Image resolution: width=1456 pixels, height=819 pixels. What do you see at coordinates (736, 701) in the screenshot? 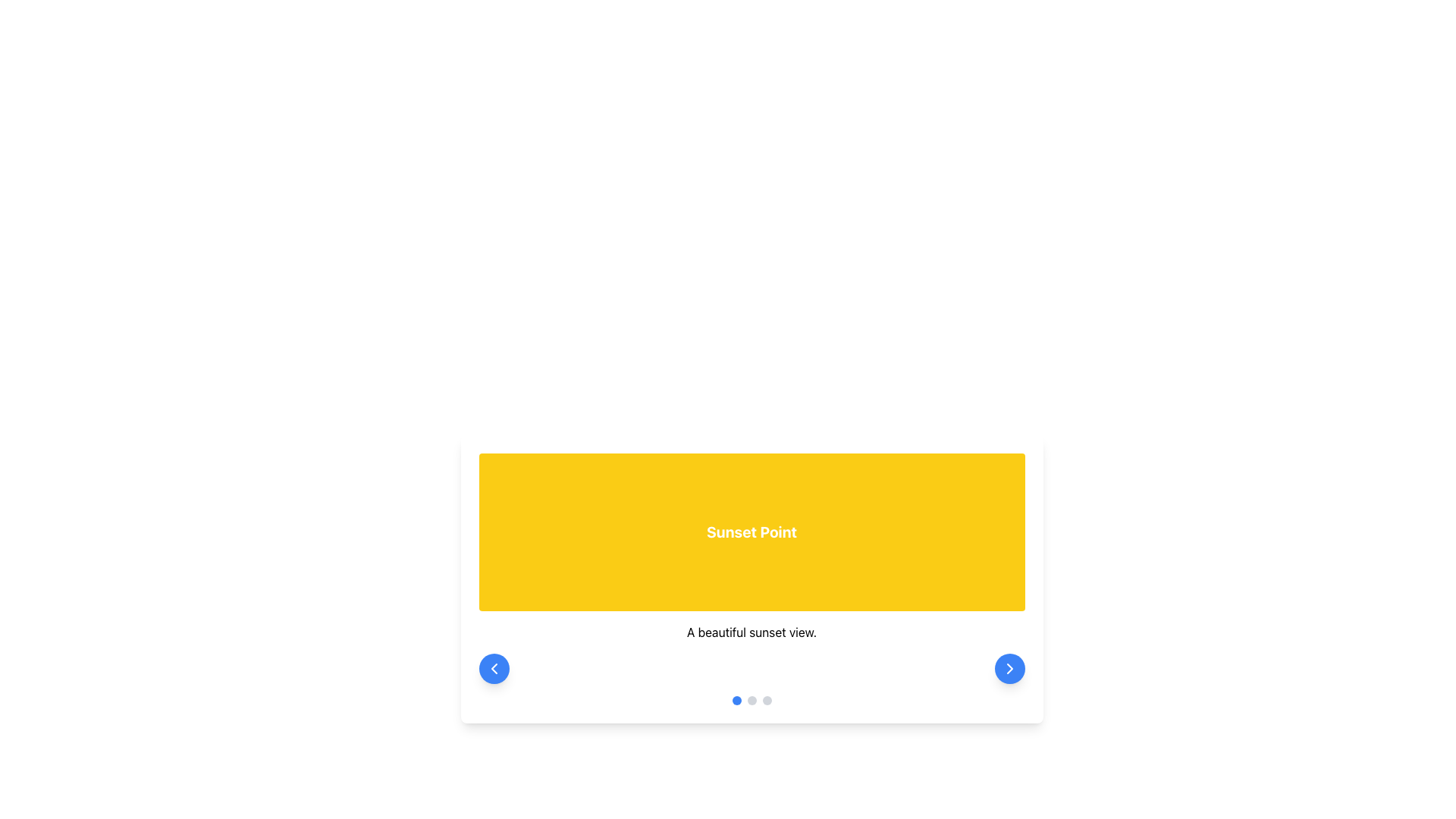
I see `the blue circular Indicator Dot` at bounding box center [736, 701].